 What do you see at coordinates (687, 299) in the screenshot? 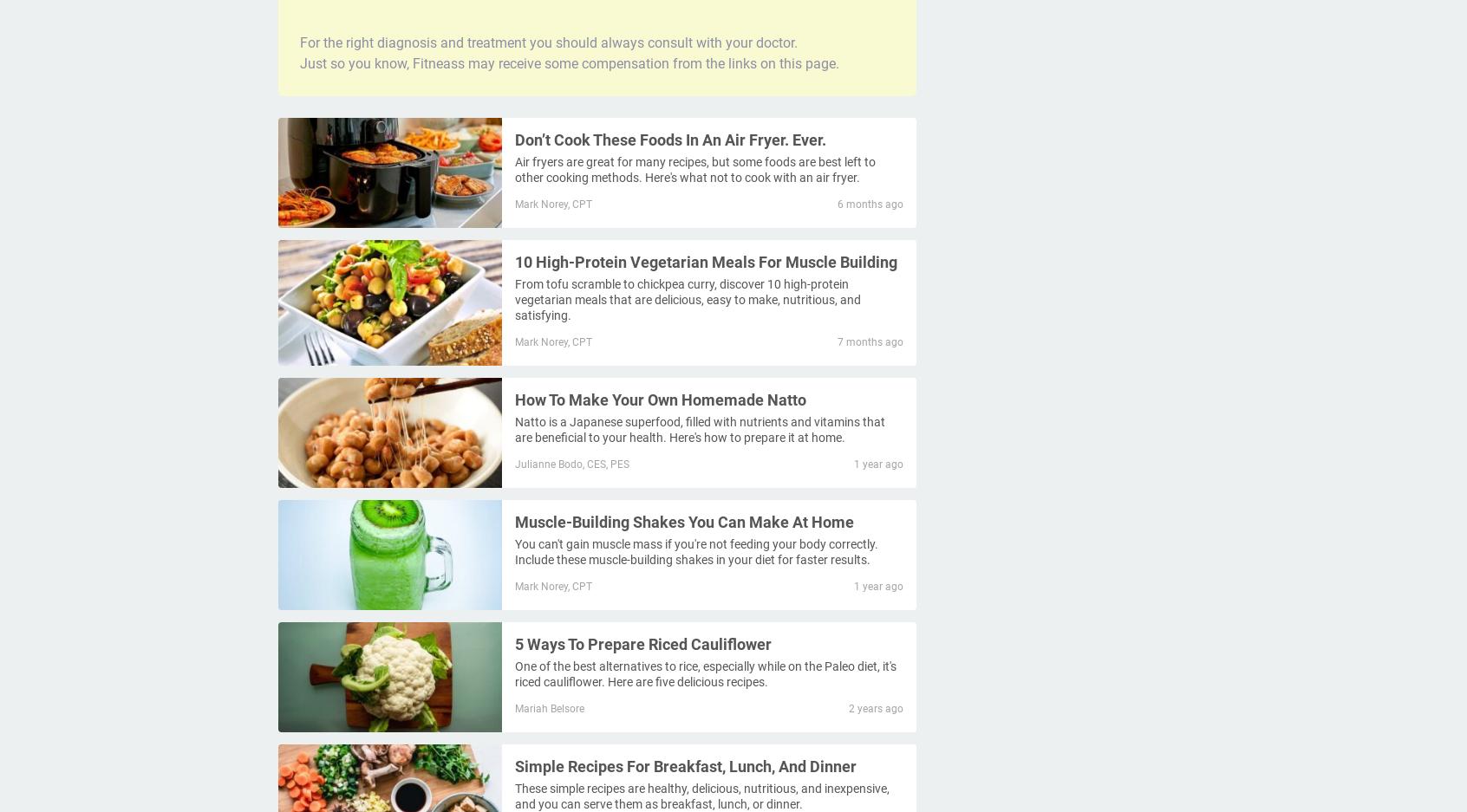
I see `'From tofu scramble to chickpea curry, discover 10 high-protein vegetarian meals that are delicious, easy to make, nutritious, and satisfying.'` at bounding box center [687, 299].